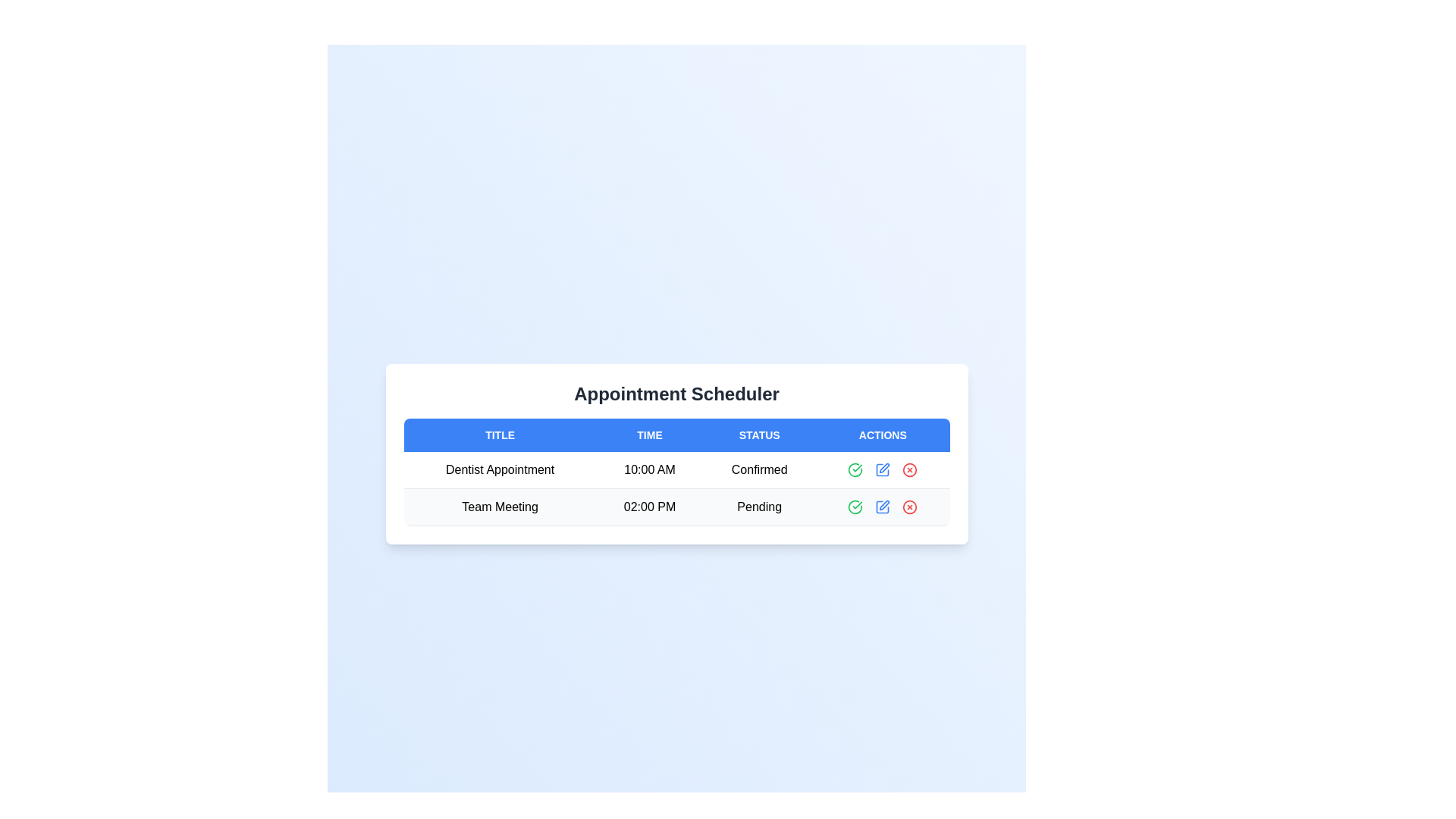  I want to click on displayed information in the second row of the appointment table, which includes the title 'Team Meeting', scheduled time '02:00 PM', and status 'Pending', so click(676, 507).